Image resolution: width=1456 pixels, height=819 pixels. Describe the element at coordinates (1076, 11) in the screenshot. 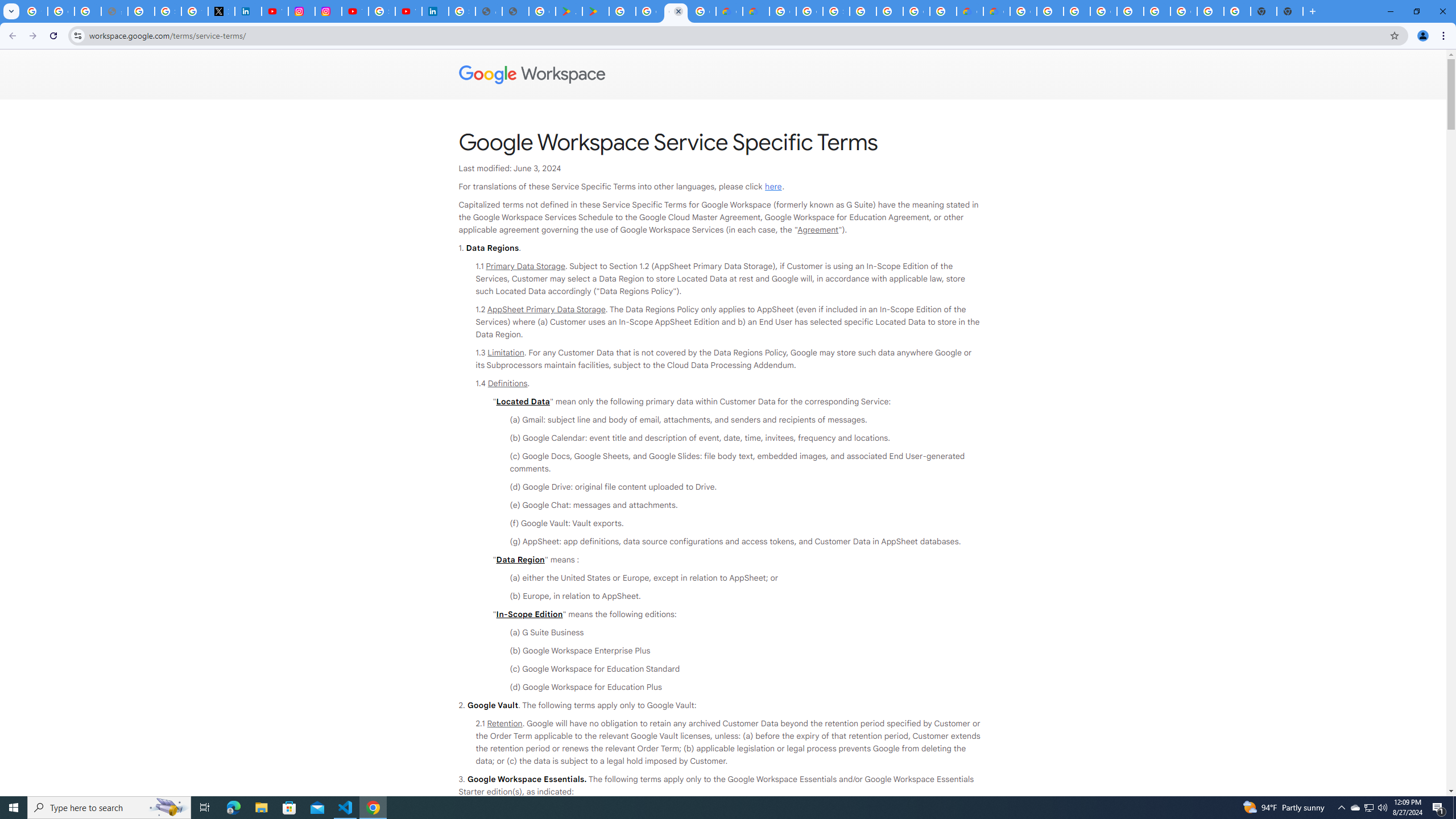

I see `'Browse Chrome as a guest - Computer - Google Chrome Help'` at that location.